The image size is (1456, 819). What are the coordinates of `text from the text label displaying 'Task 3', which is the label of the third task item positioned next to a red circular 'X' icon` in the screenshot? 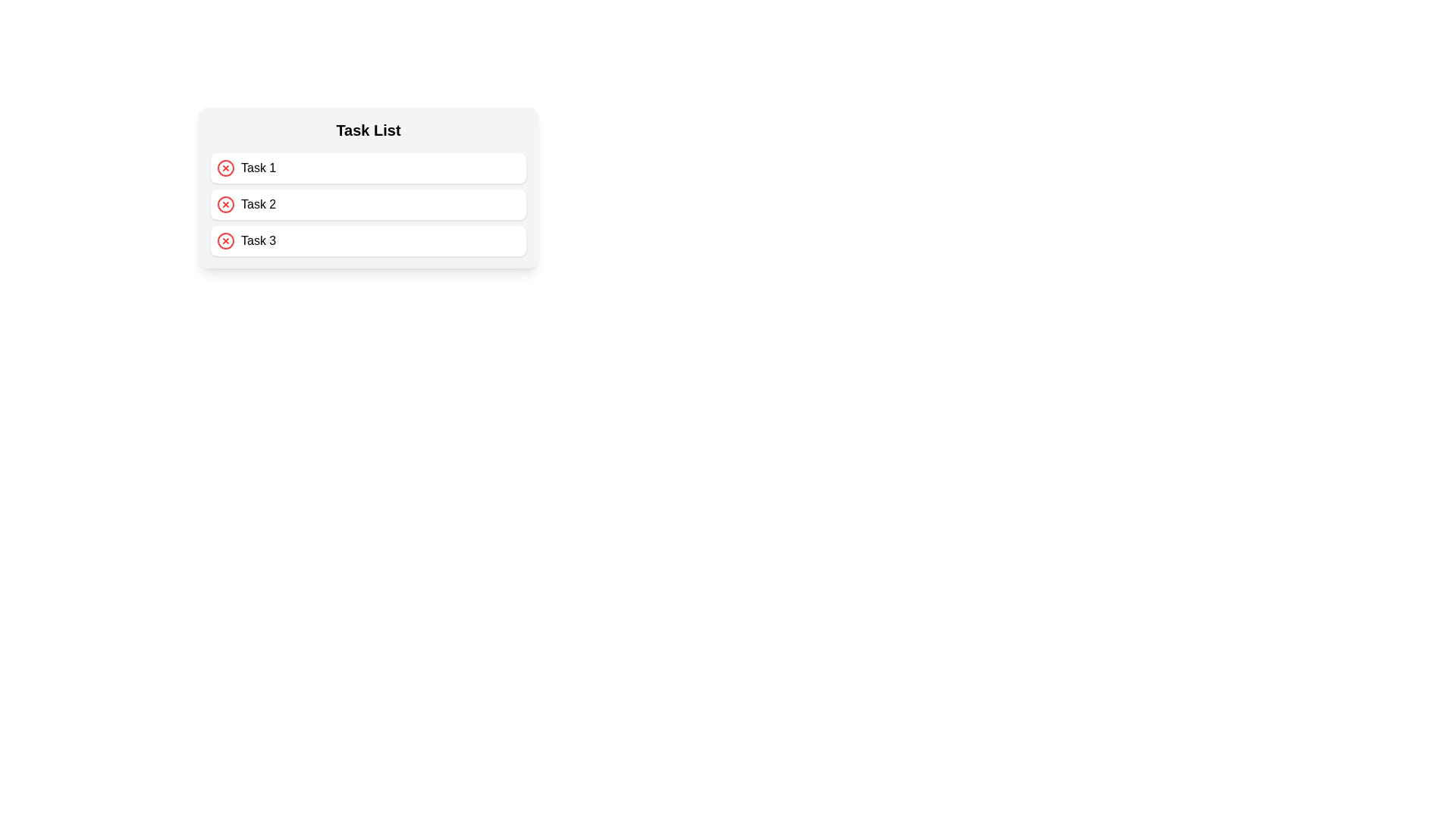 It's located at (246, 240).